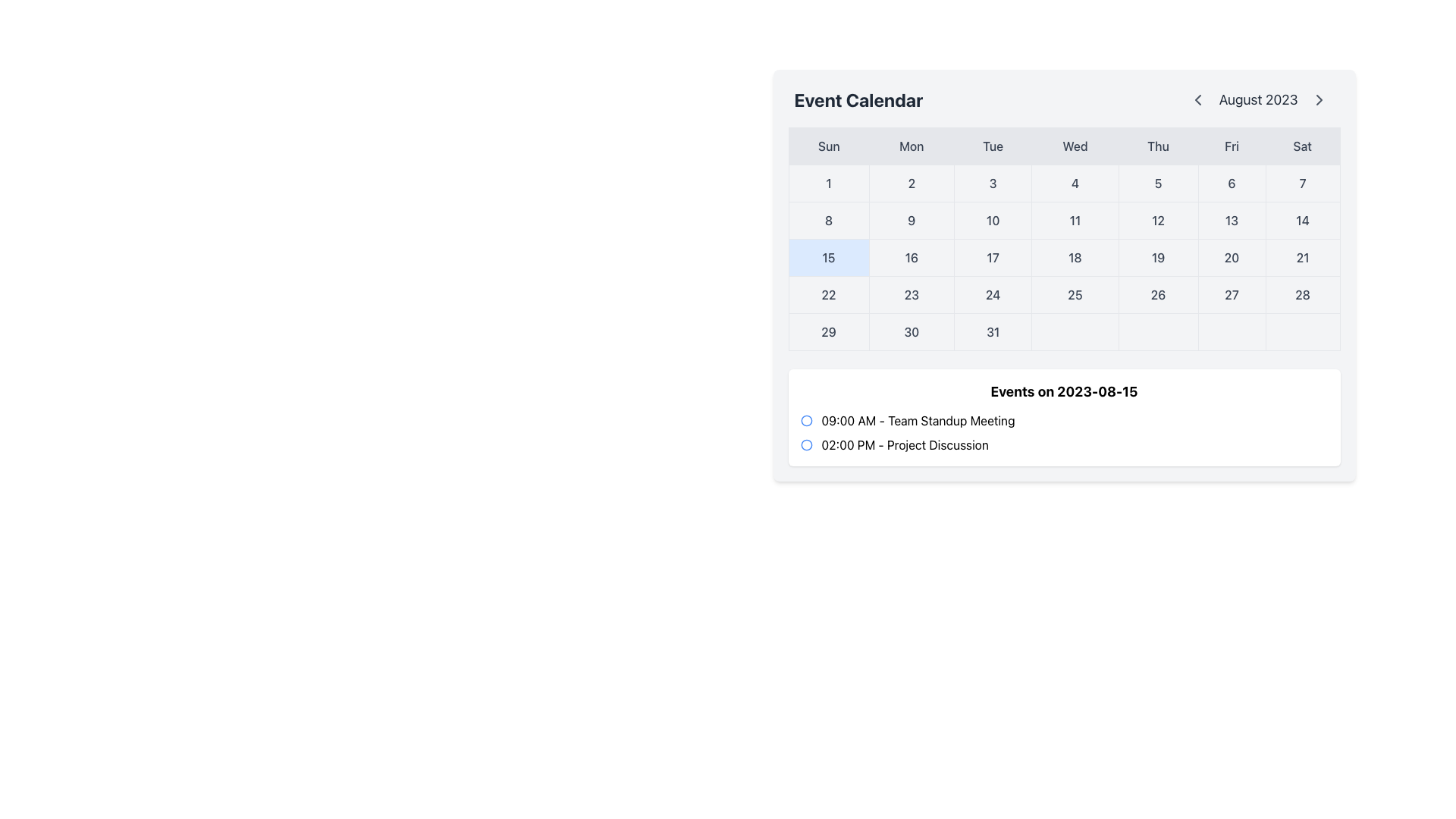 This screenshot has width=1456, height=819. What do you see at coordinates (911, 295) in the screenshot?
I see `the grid cell containing the text '23'` at bounding box center [911, 295].